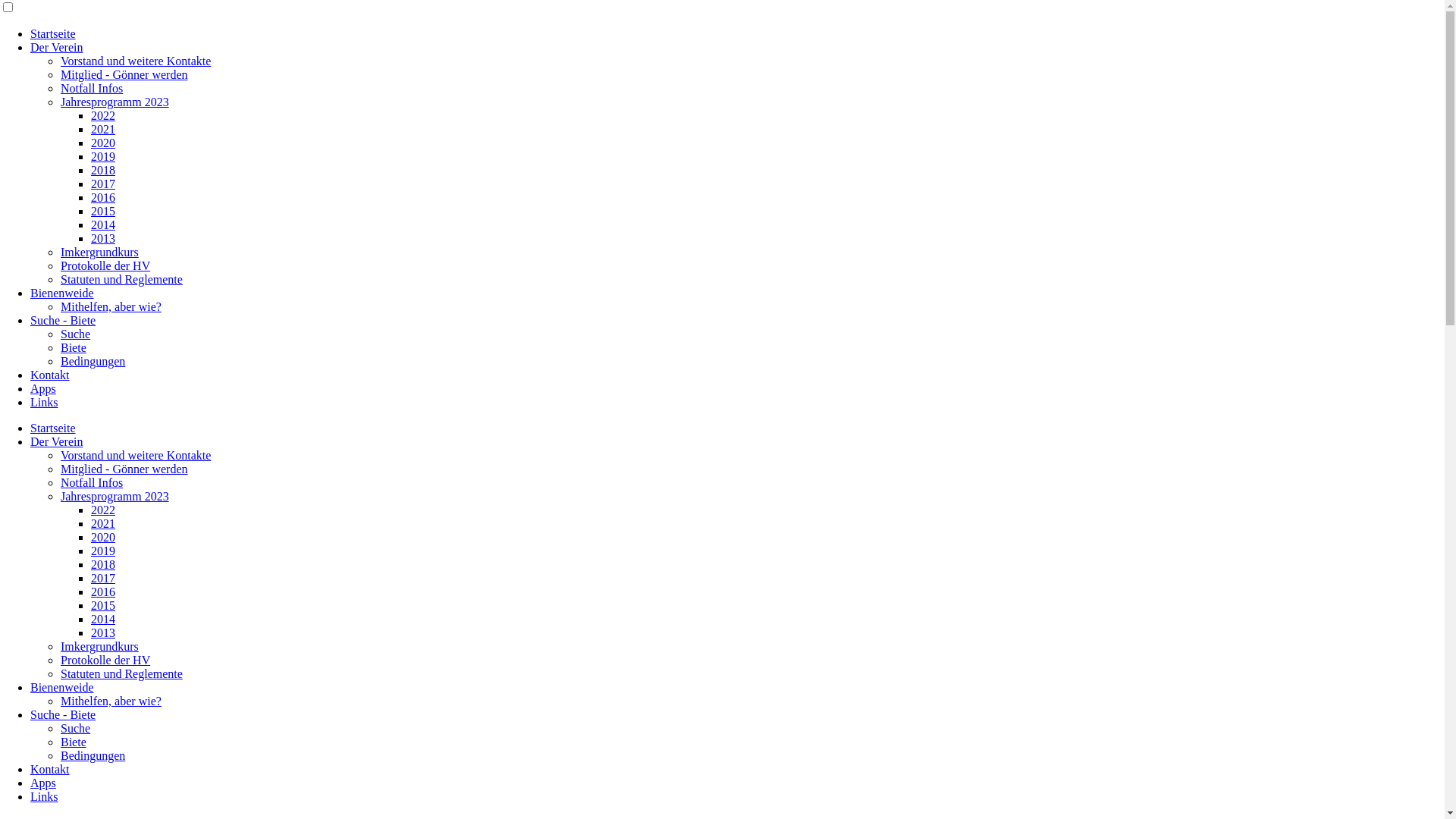  What do you see at coordinates (90, 482) in the screenshot?
I see `'Notfall Infos'` at bounding box center [90, 482].